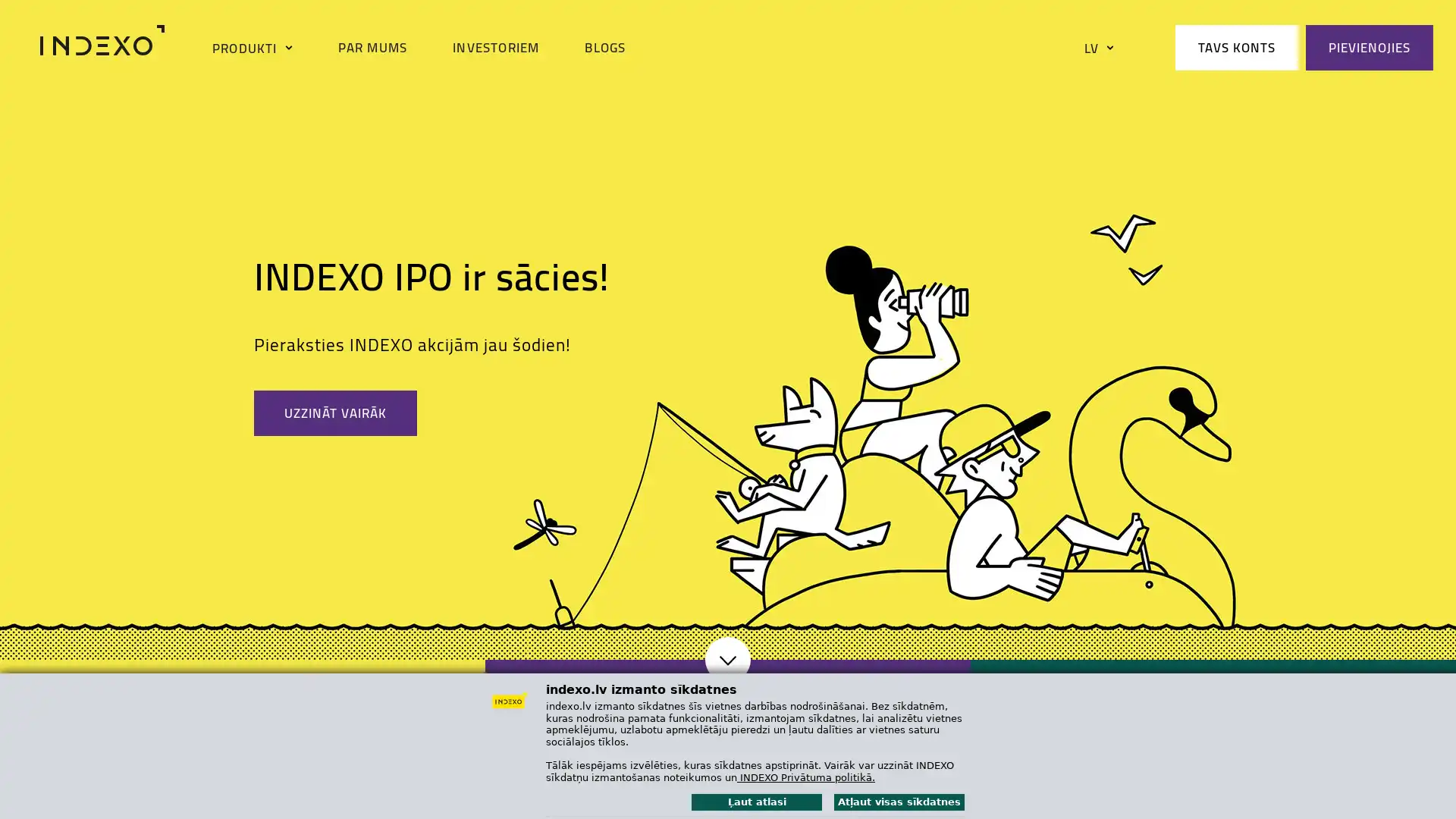  I want to click on PRODUKTI, so click(252, 47).